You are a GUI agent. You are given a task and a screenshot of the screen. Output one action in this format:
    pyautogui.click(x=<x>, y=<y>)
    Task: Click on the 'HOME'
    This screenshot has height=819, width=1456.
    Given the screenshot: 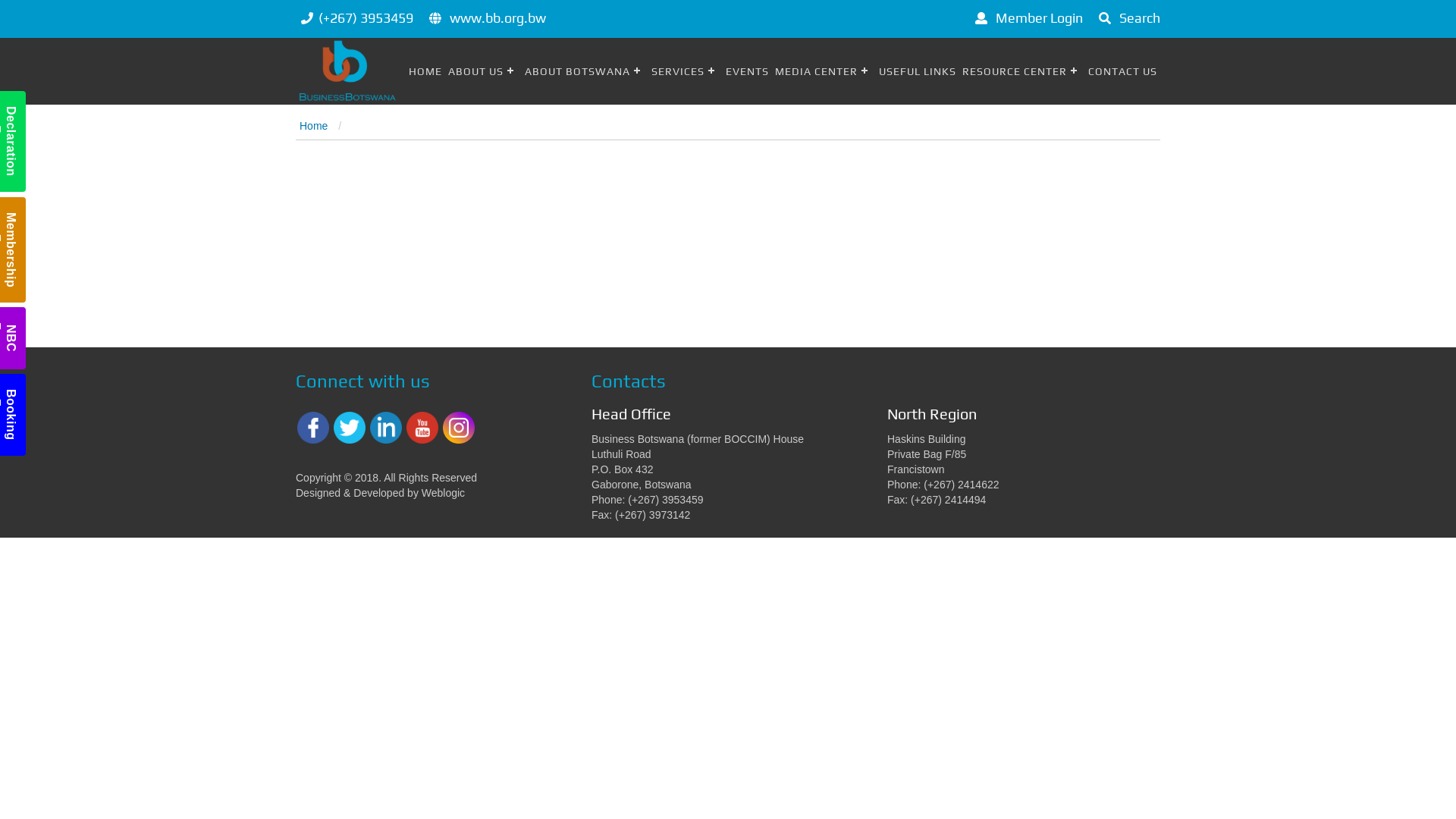 What is the action you would take?
    pyautogui.click(x=425, y=71)
    